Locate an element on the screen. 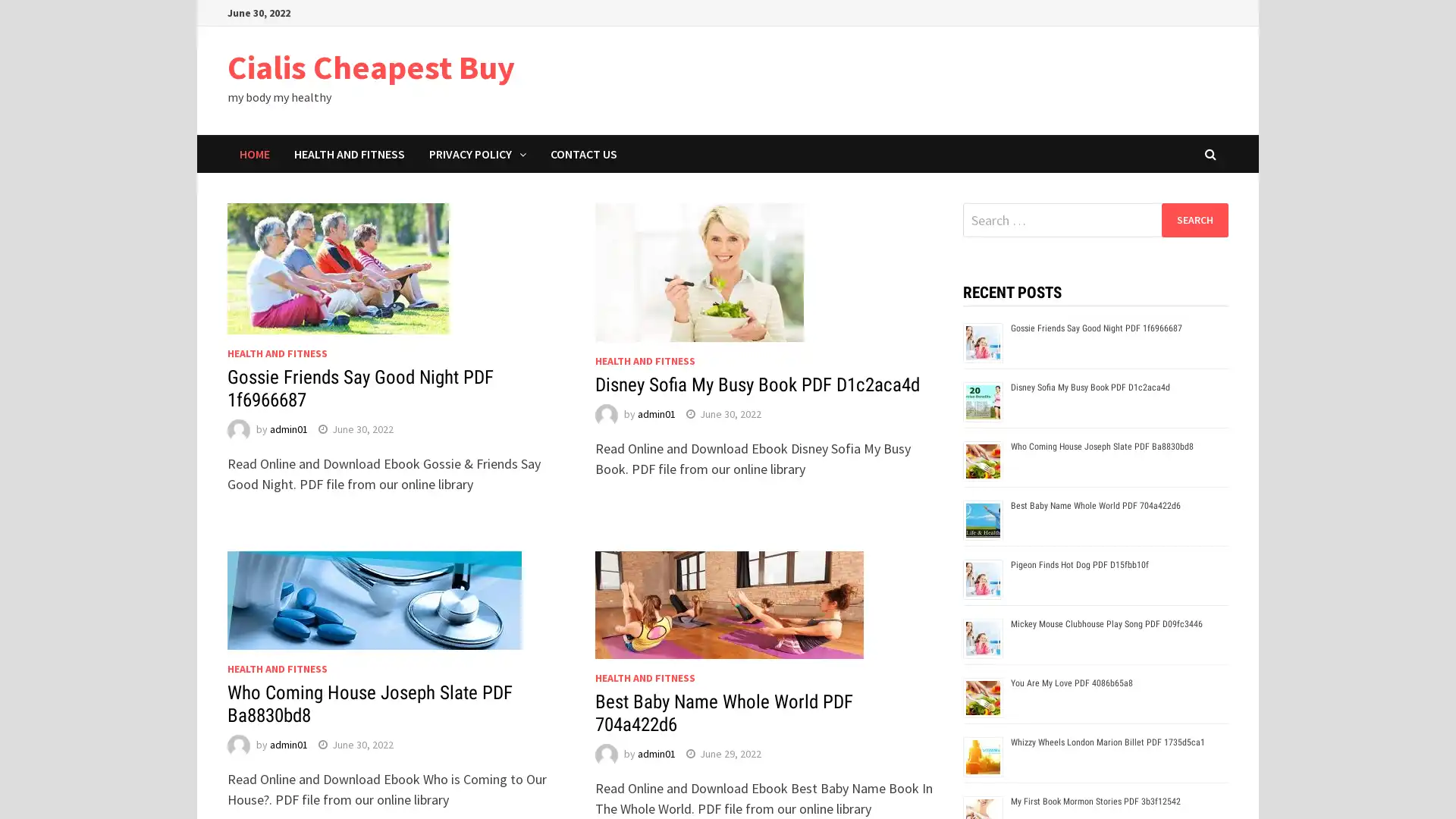 This screenshot has width=1456, height=819. Search is located at coordinates (1194, 219).